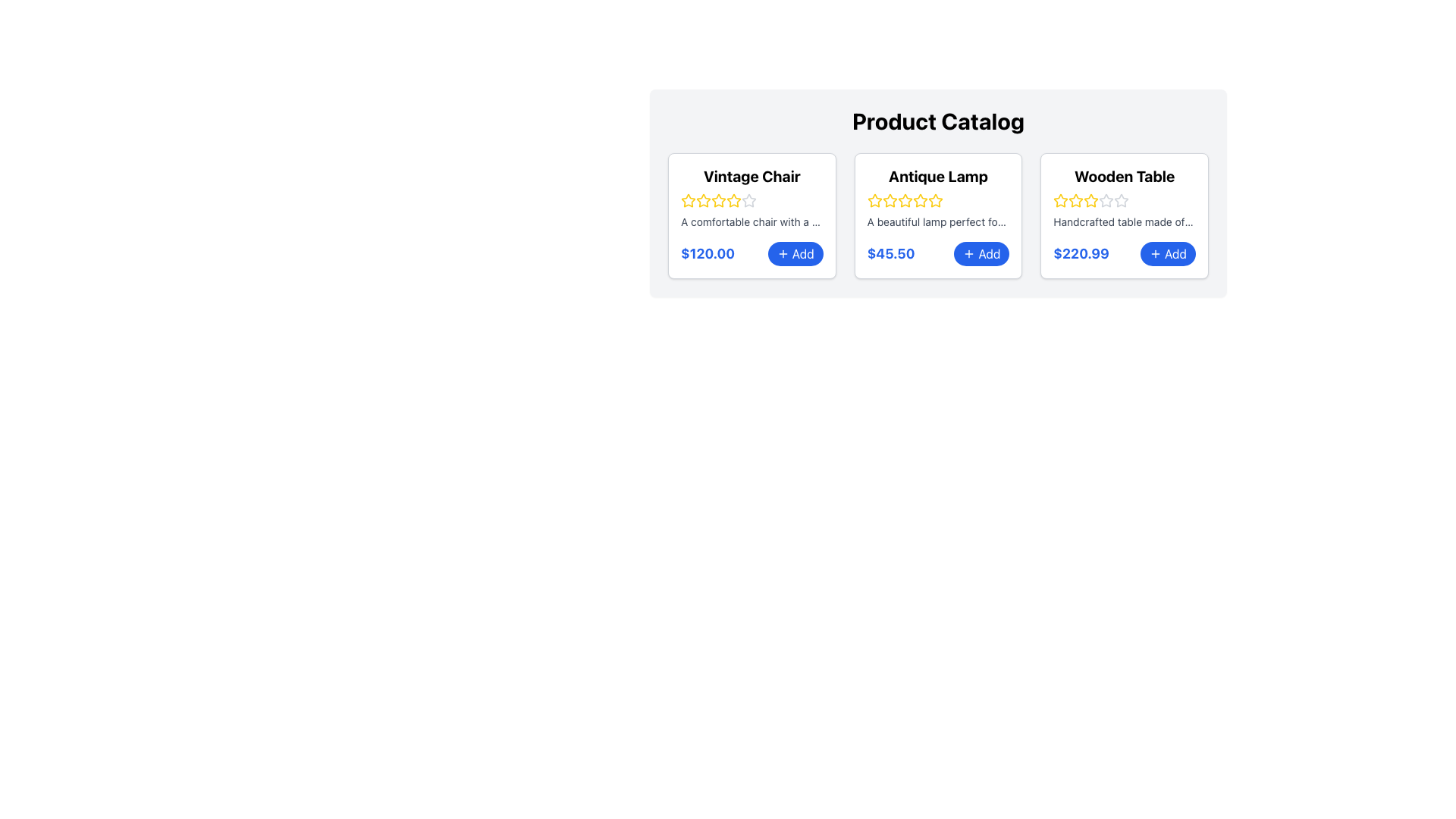  Describe the element at coordinates (752, 216) in the screenshot. I see `the first product card in the product catalog` at that location.